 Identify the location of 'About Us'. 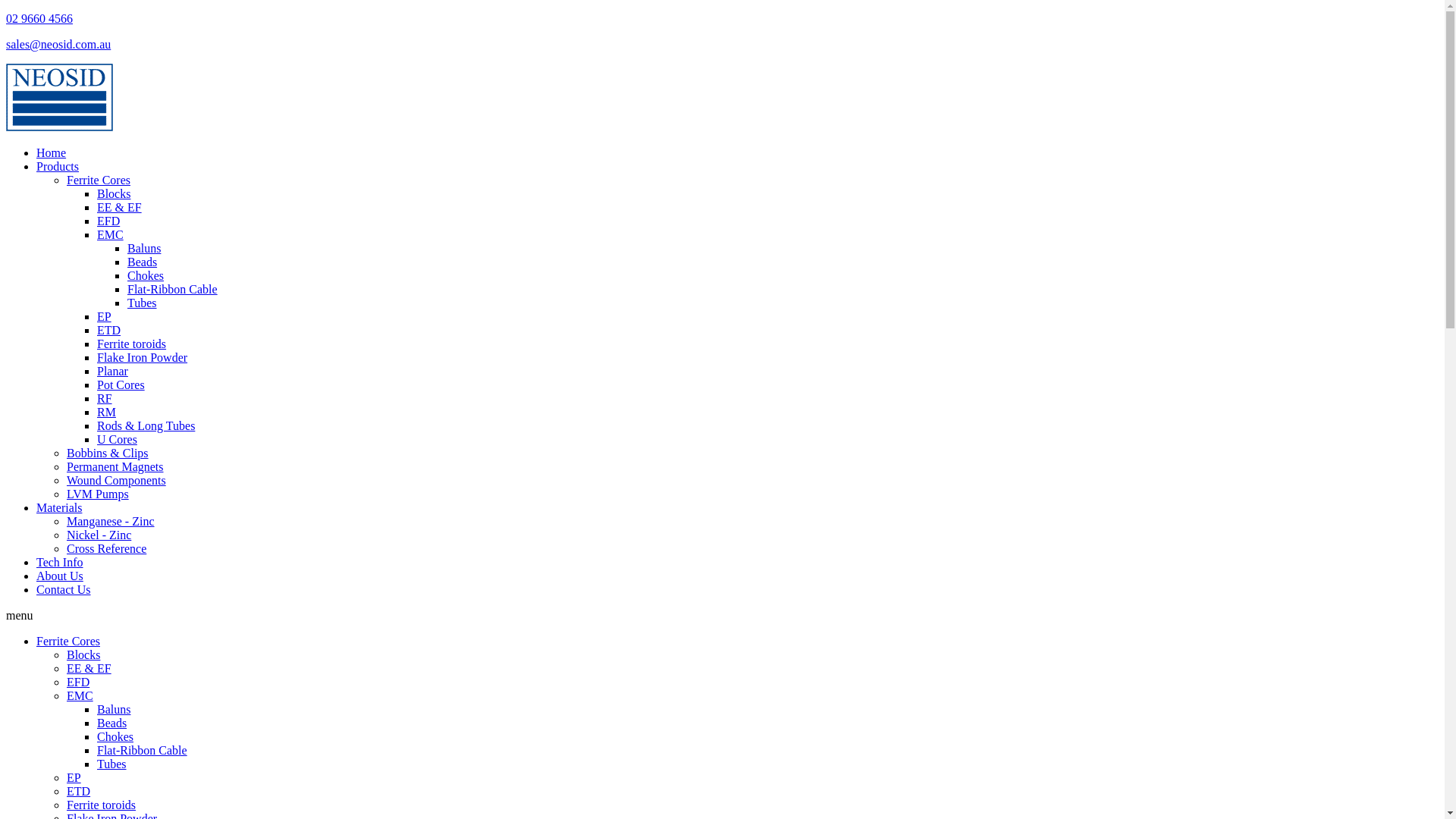
(59, 576).